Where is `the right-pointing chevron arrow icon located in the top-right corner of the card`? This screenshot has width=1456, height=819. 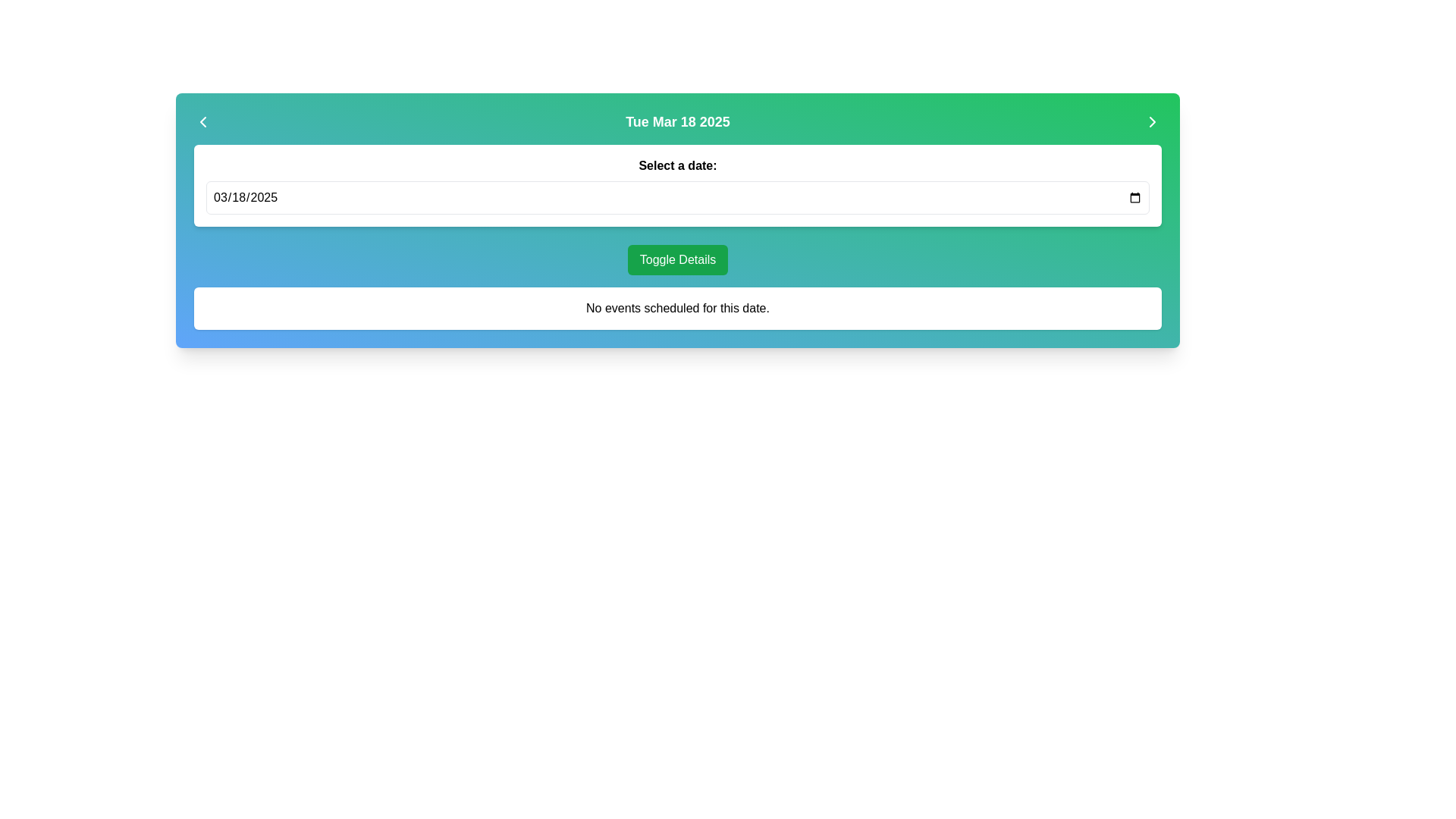 the right-pointing chevron arrow icon located in the top-right corner of the card is located at coordinates (1153, 121).